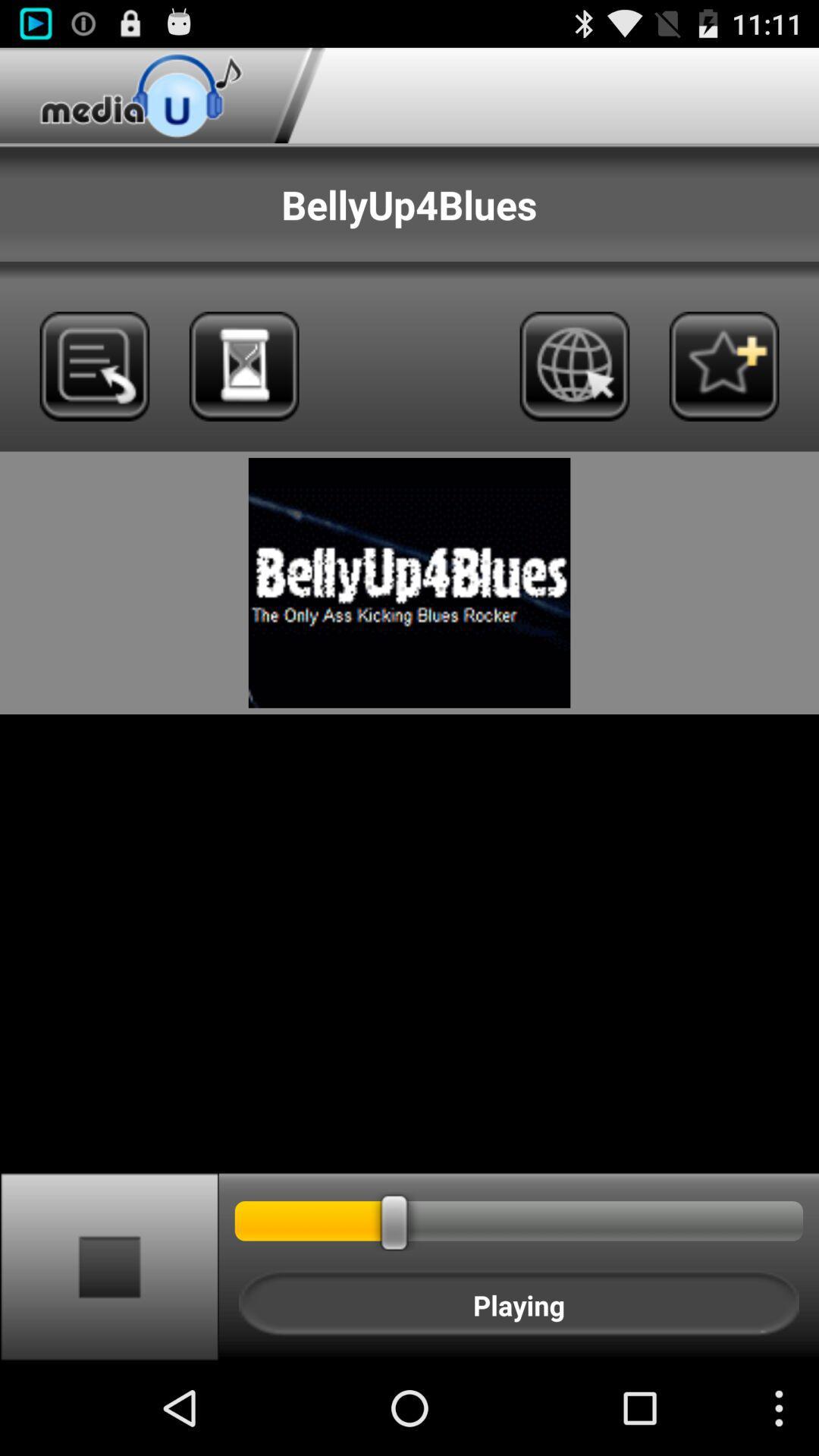 Image resolution: width=819 pixels, height=1456 pixels. I want to click on open media, so click(574, 366).